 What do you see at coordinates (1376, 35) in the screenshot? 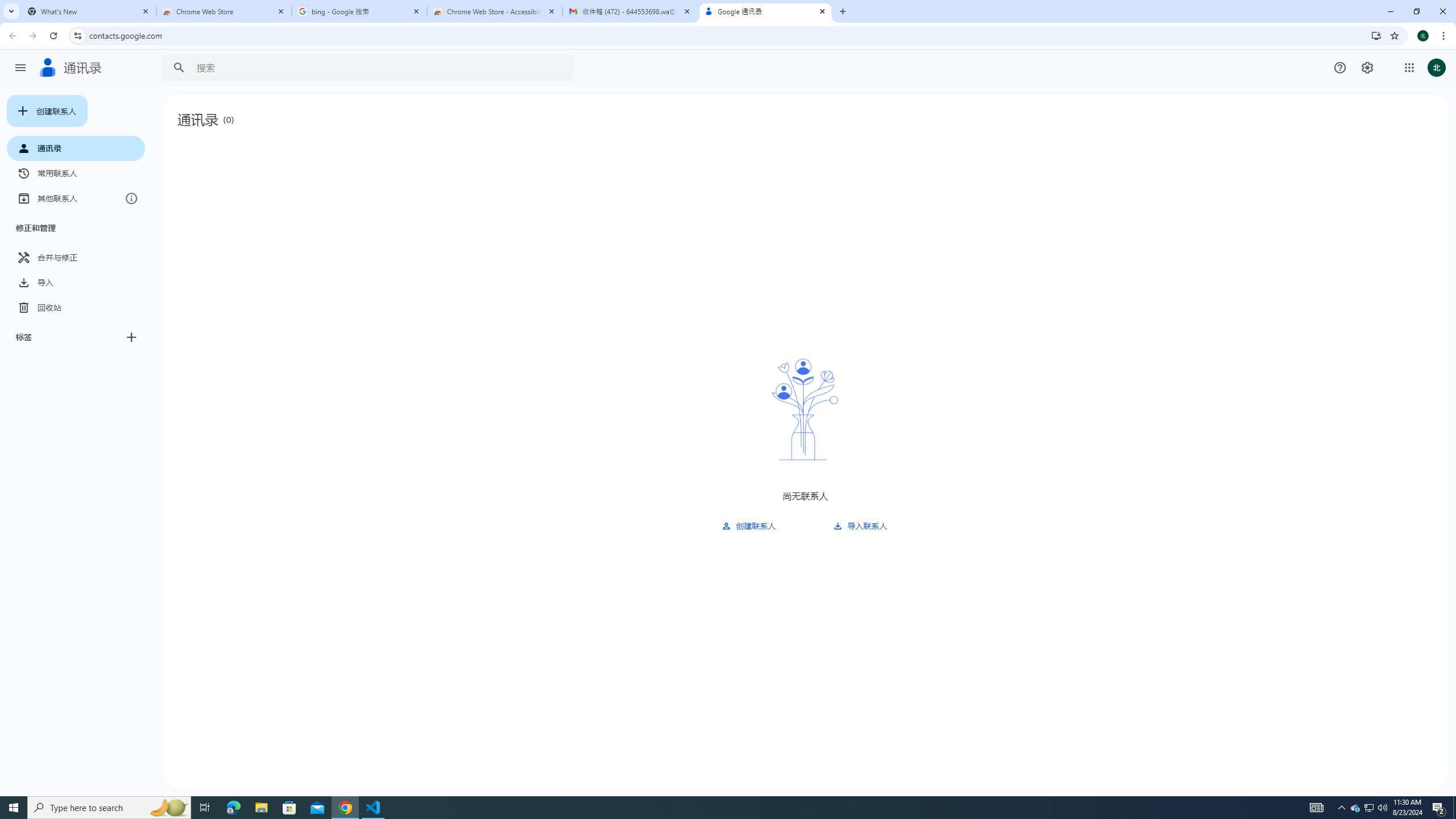
I see `'Install Google Contacts'` at bounding box center [1376, 35].